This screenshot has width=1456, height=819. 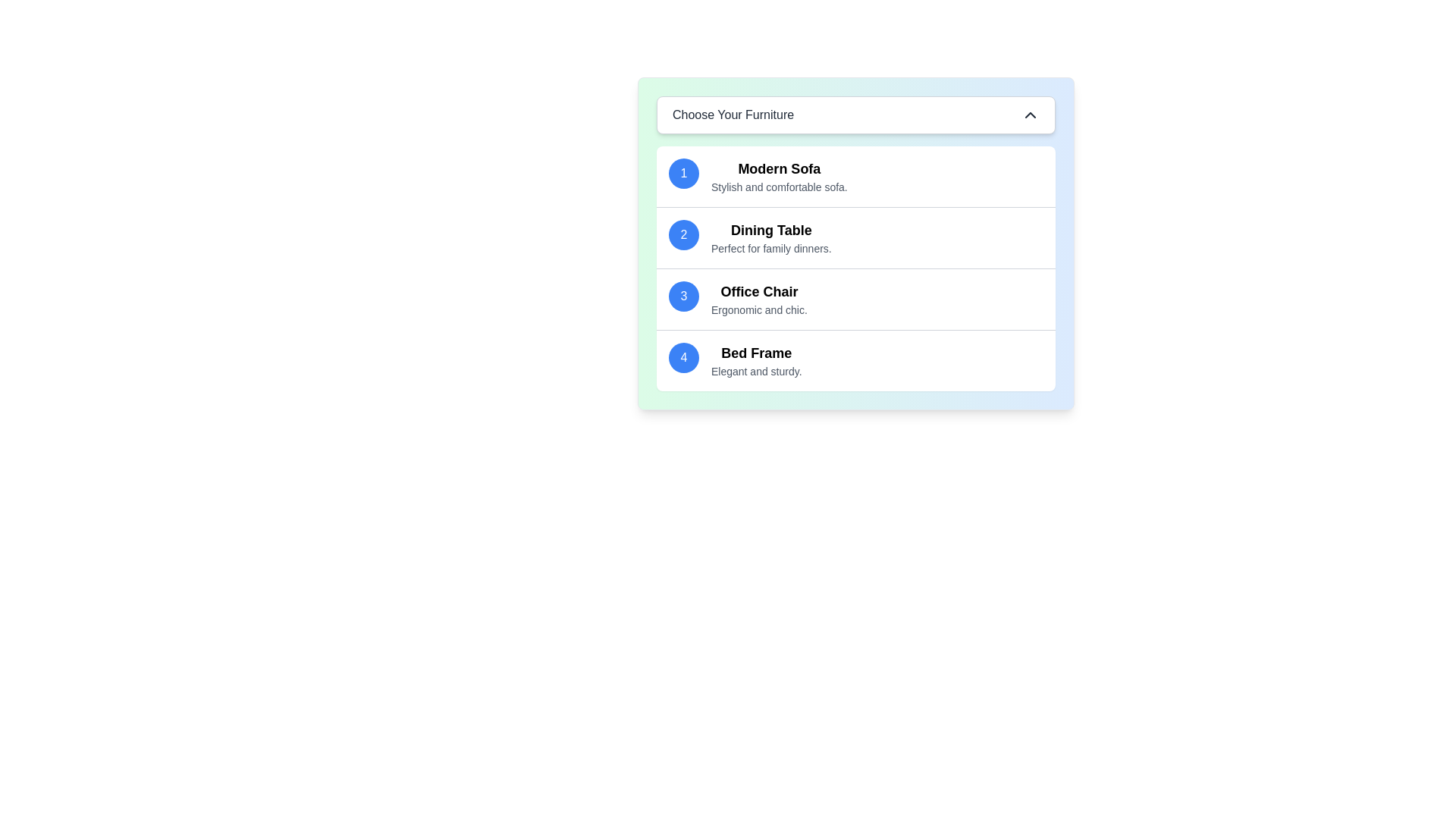 What do you see at coordinates (683, 296) in the screenshot?
I see `the blue circular badge containing the number '3' positioned to the left of the text 'Office Chair'` at bounding box center [683, 296].